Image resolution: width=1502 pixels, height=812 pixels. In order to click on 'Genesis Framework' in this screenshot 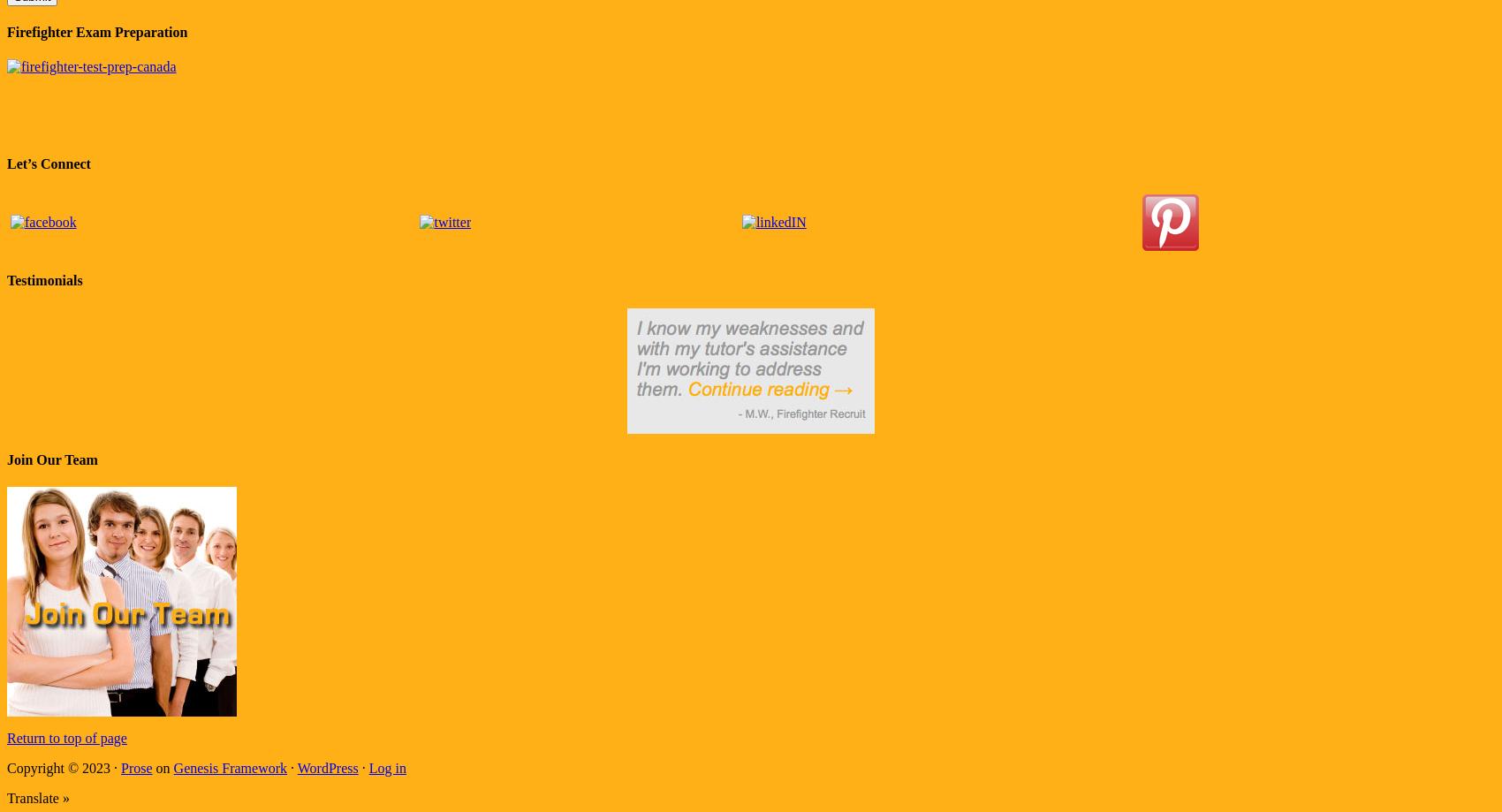, I will do `click(230, 767)`.